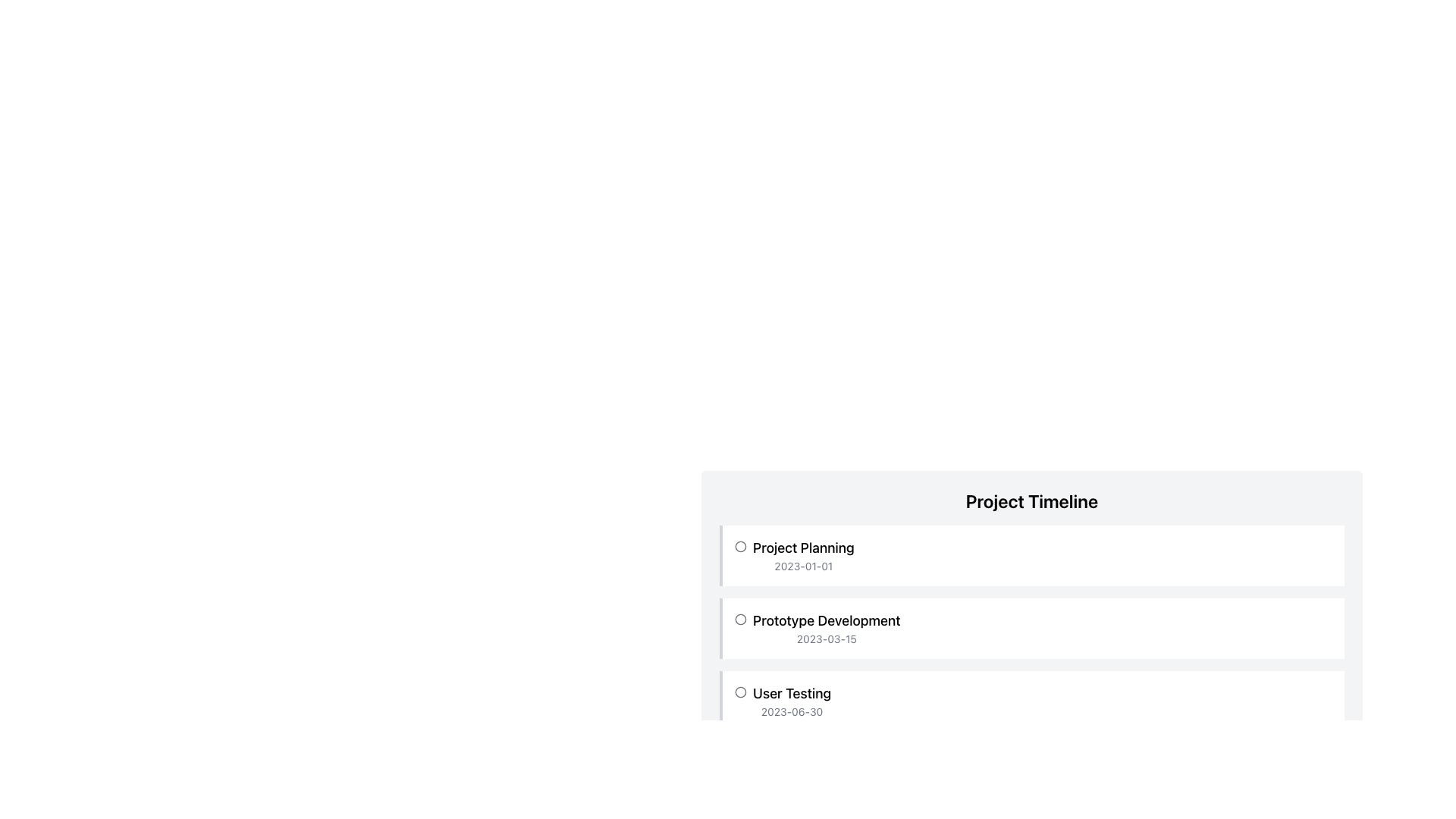 This screenshot has width=1456, height=819. What do you see at coordinates (741, 692) in the screenshot?
I see `the Circle Icon that serves as a marker for the 'User Testing' phase in the vertical timeline, located to the left of the 'User Testing' label` at bounding box center [741, 692].